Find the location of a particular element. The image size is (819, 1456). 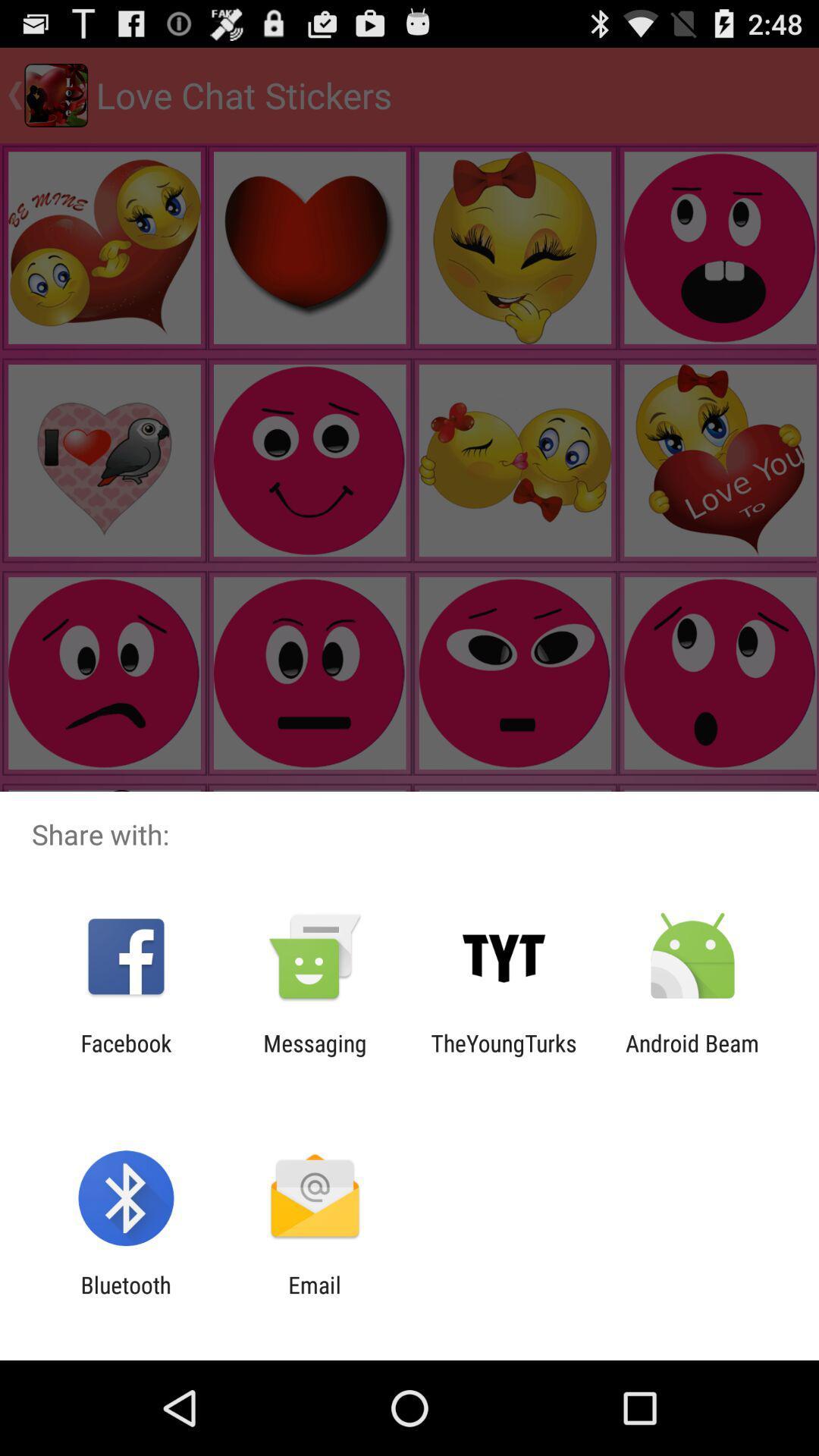

the app next to email app is located at coordinates (125, 1298).